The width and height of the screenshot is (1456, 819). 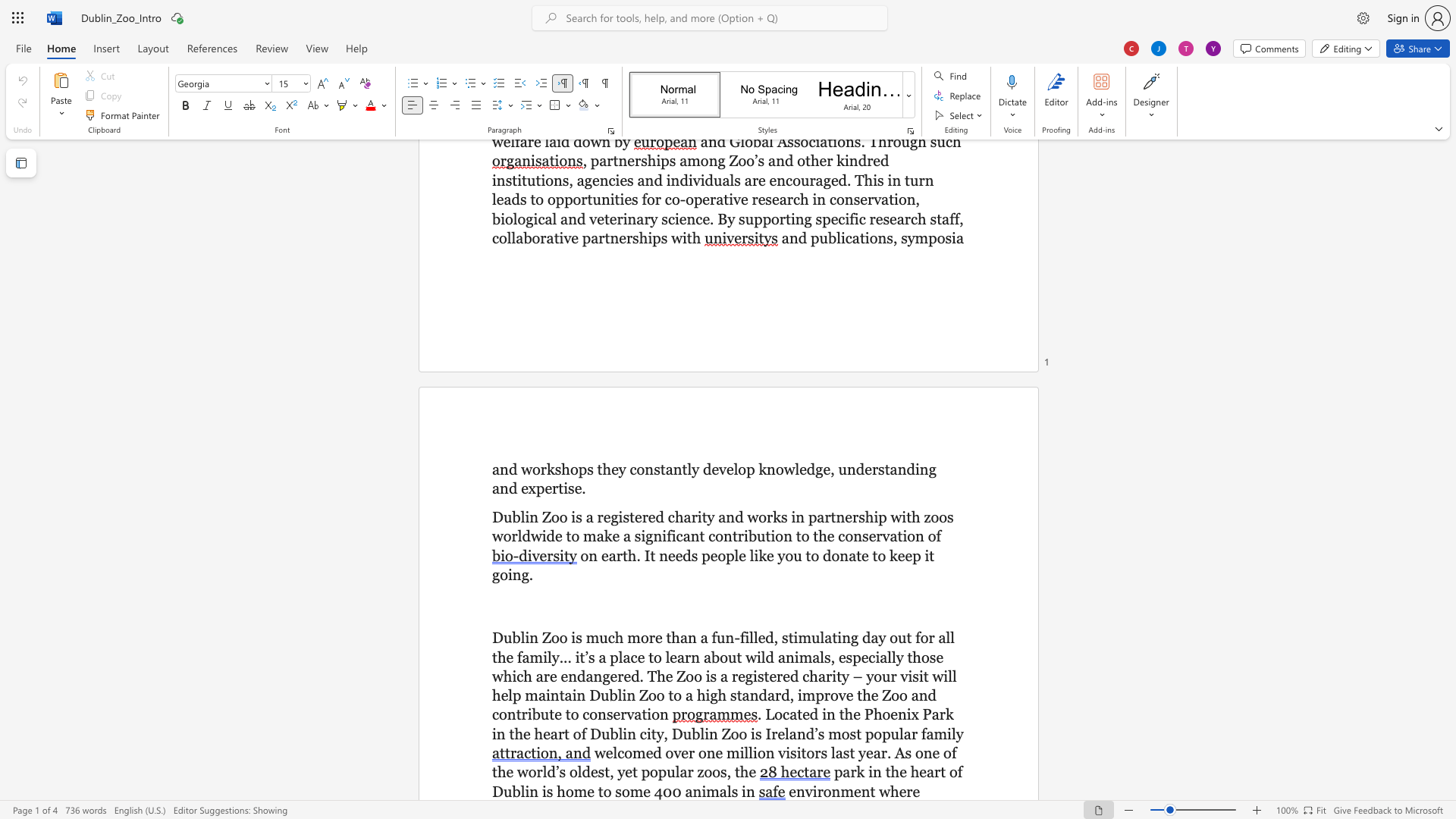 I want to click on the 7th character "s" in the text, so click(x=865, y=535).